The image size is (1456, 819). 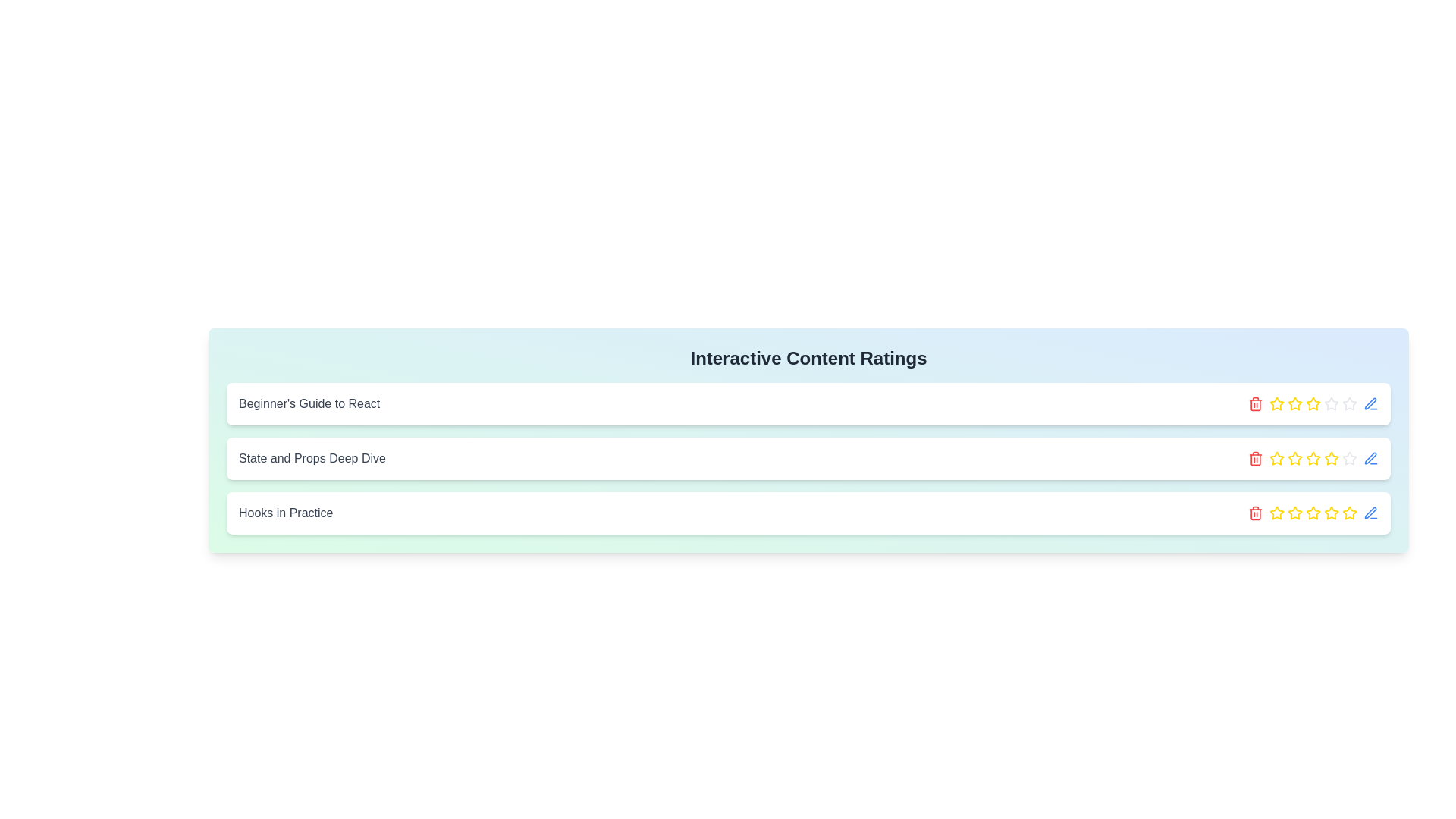 What do you see at coordinates (1313, 457) in the screenshot?
I see `the fifth yellow star icon in the rating system for the item 'Hooks in Practice'` at bounding box center [1313, 457].